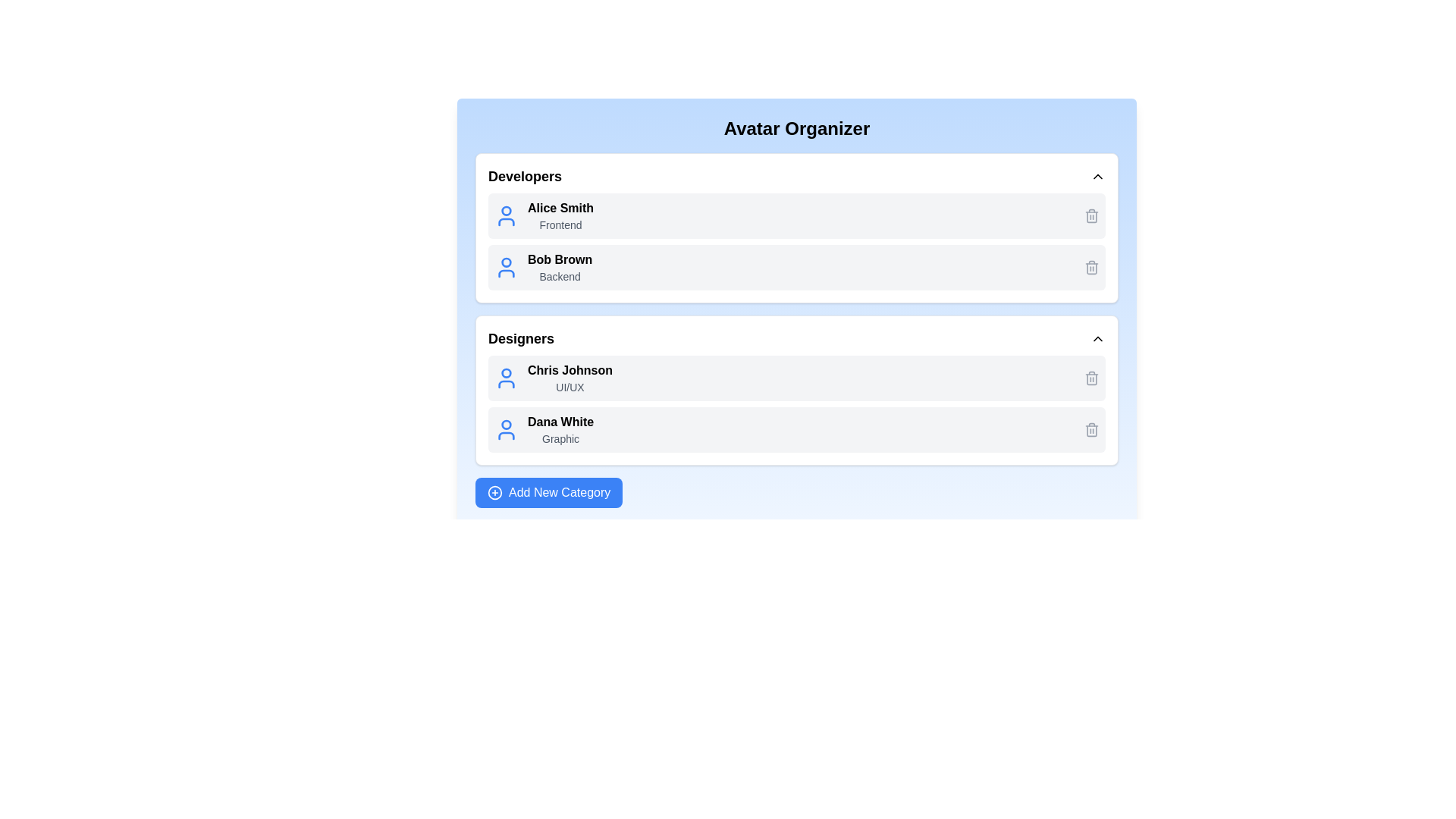 The width and height of the screenshot is (1456, 819). I want to click on assistive technologies, so click(559, 259).